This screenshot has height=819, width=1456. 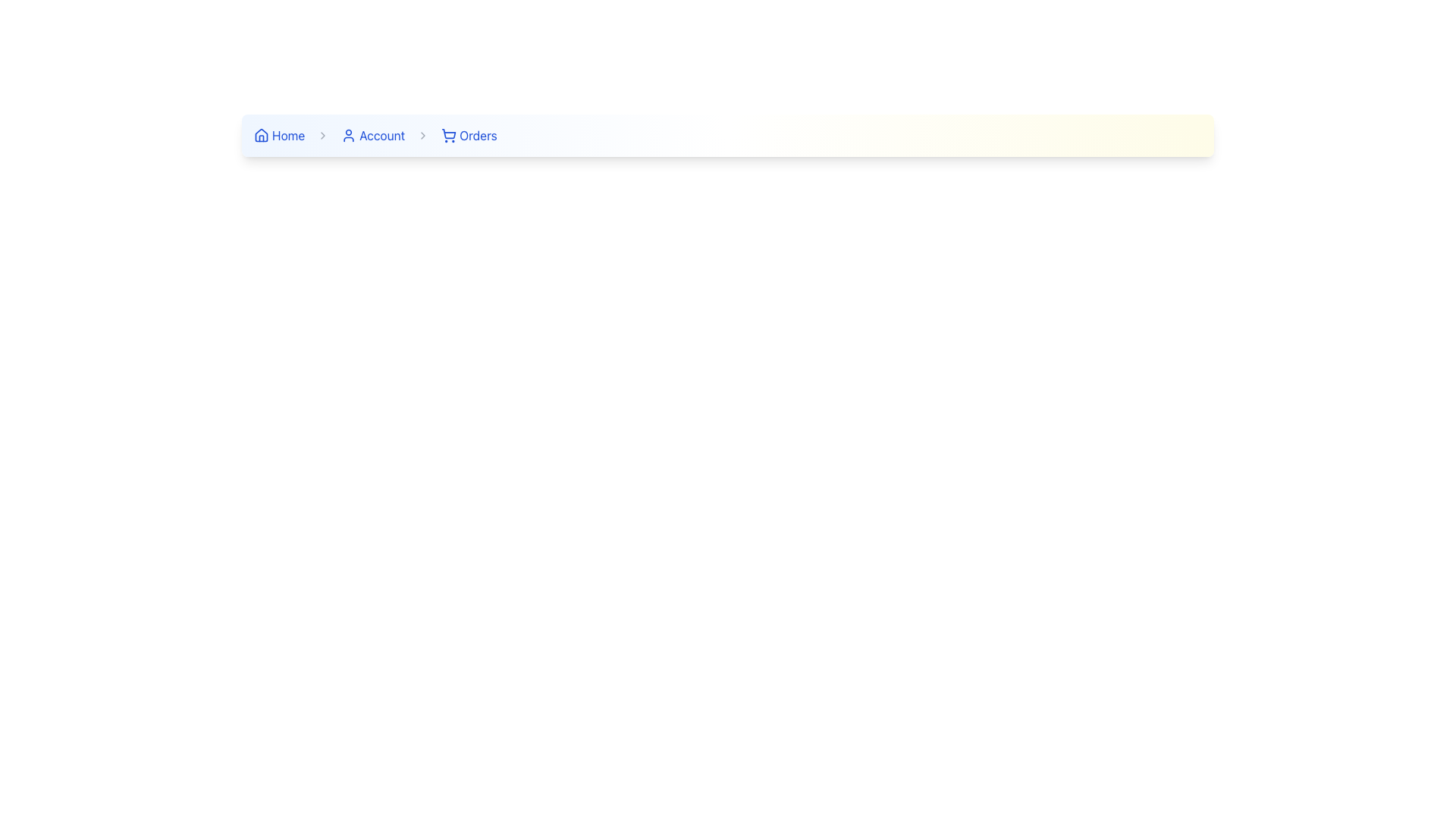 What do you see at coordinates (373, 134) in the screenshot?
I see `the hyperlink with an icon and text label that navigates to the Account page, positioned as the second element in the breadcrumb navigation bar` at bounding box center [373, 134].